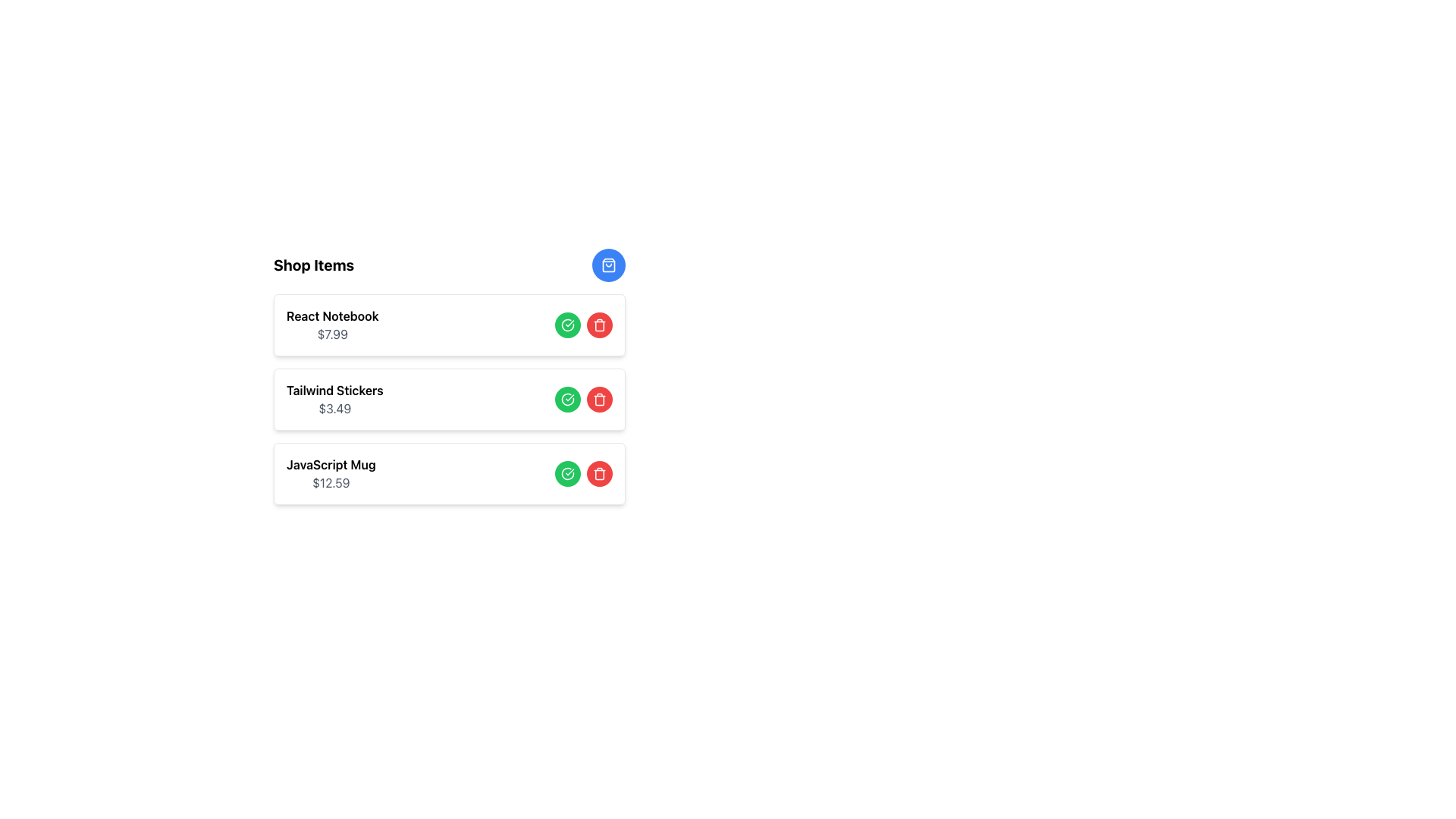 The height and width of the screenshot is (819, 1456). What do you see at coordinates (566, 399) in the screenshot?
I see `the confirmation button located next to 'Tailwind Stickers' in the second list item of the shopping list` at bounding box center [566, 399].